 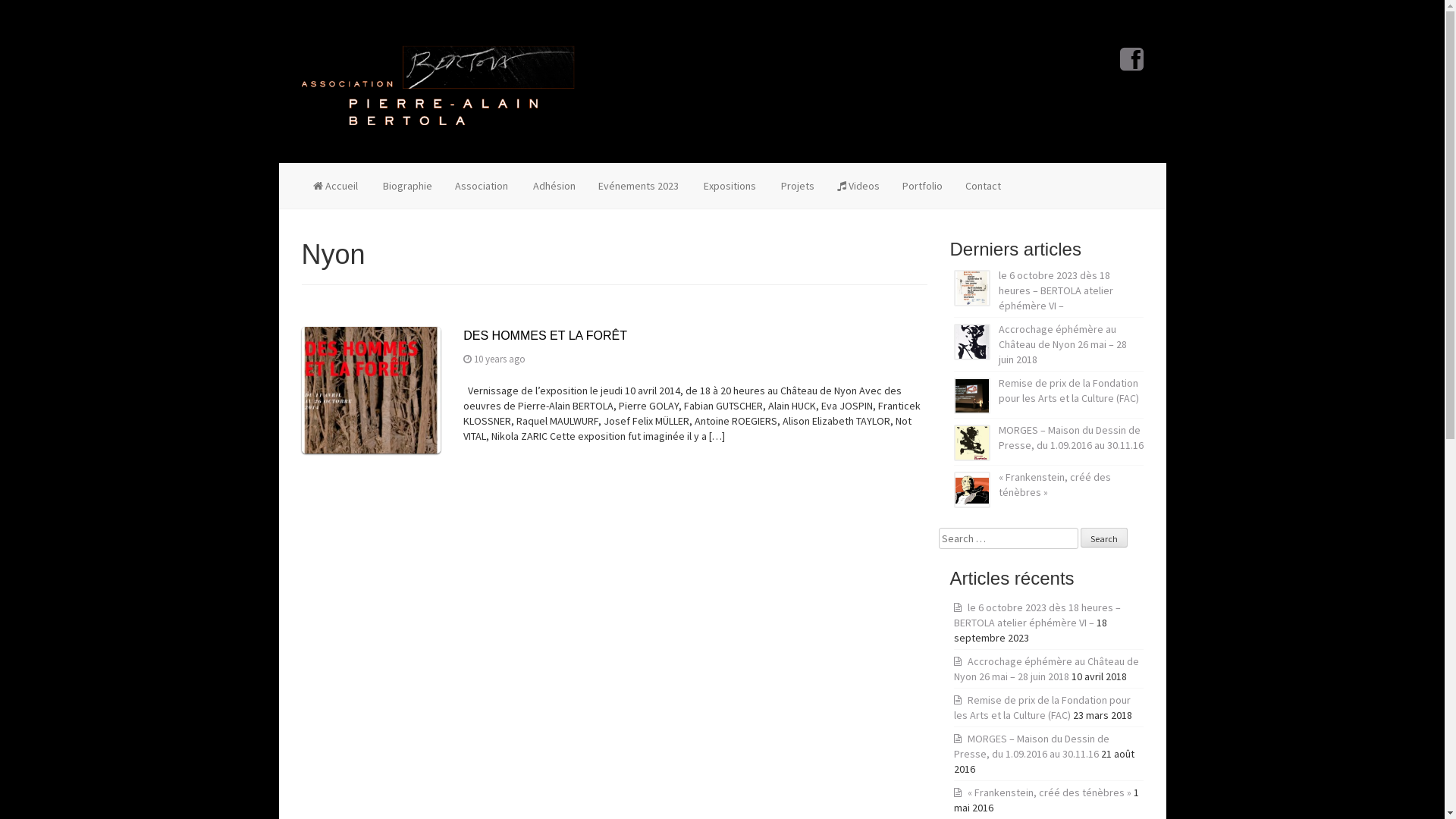 I want to click on 'Facebook', so click(x=1119, y=64).